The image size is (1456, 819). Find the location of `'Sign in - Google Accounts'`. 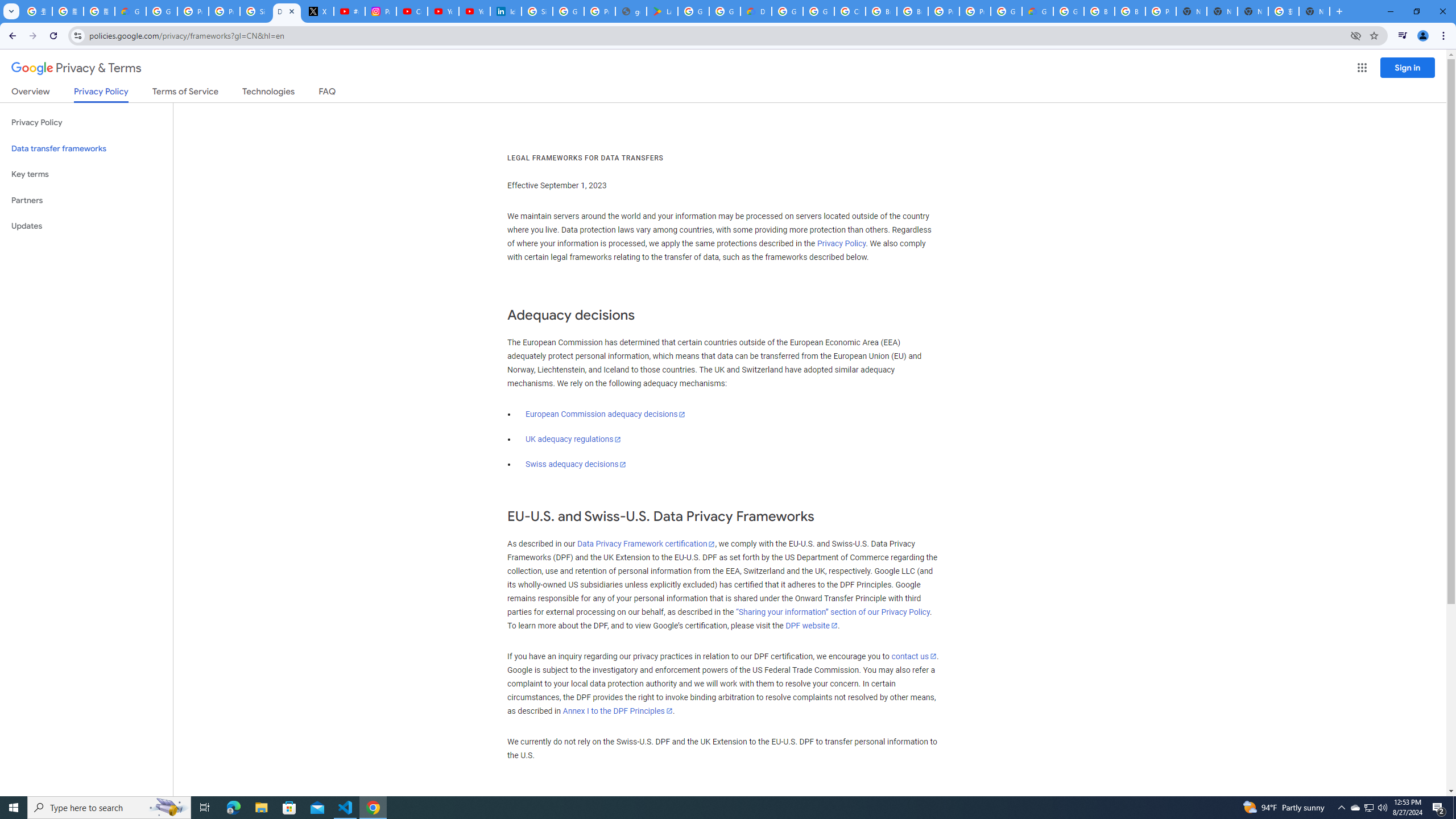

'Sign in - Google Accounts' is located at coordinates (255, 11).